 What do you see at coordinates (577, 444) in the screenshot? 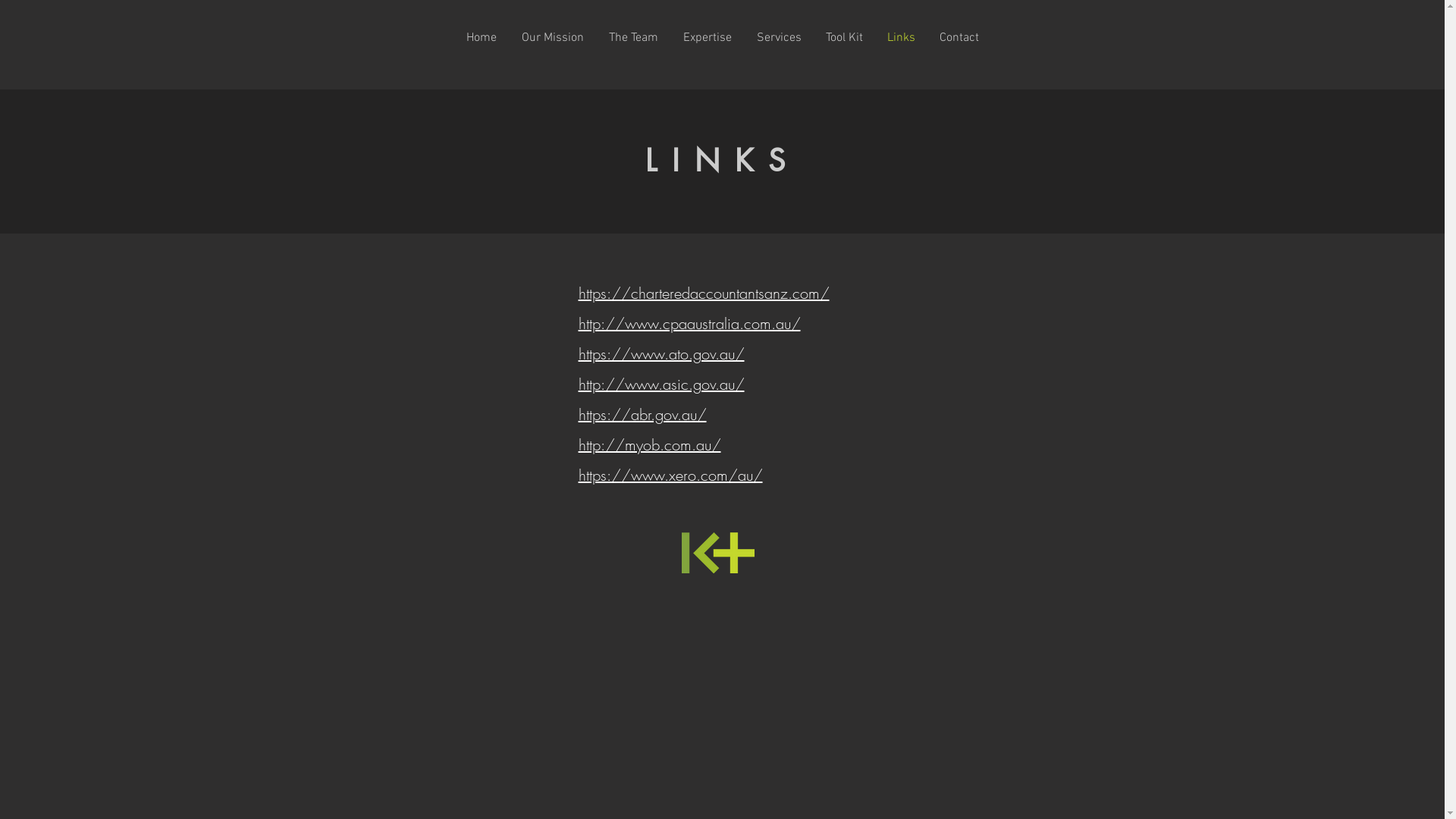
I see `'http://myob.com.au/'` at bounding box center [577, 444].